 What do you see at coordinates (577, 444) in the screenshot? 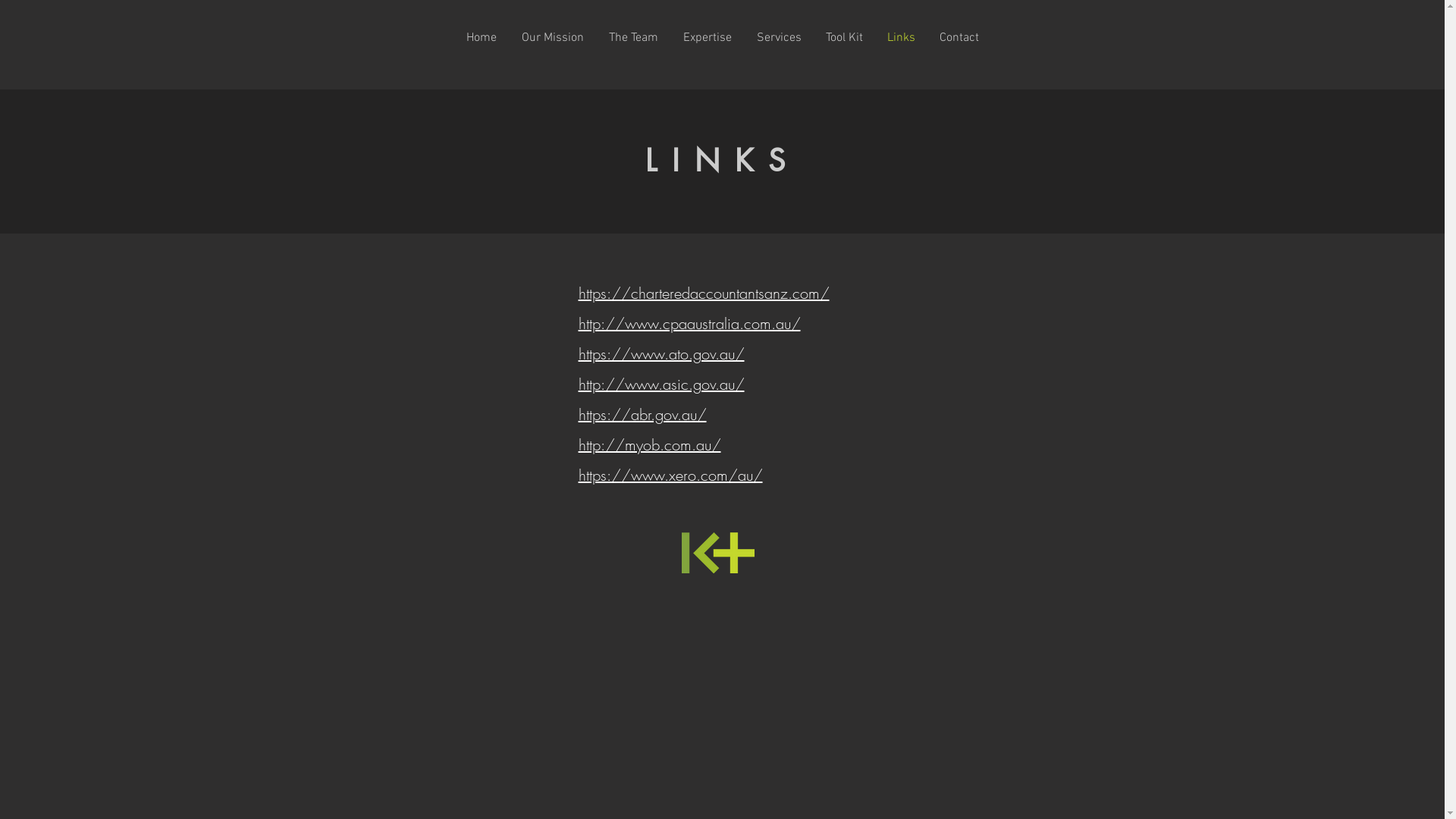
I see `'http://myob.com.au/'` at bounding box center [577, 444].